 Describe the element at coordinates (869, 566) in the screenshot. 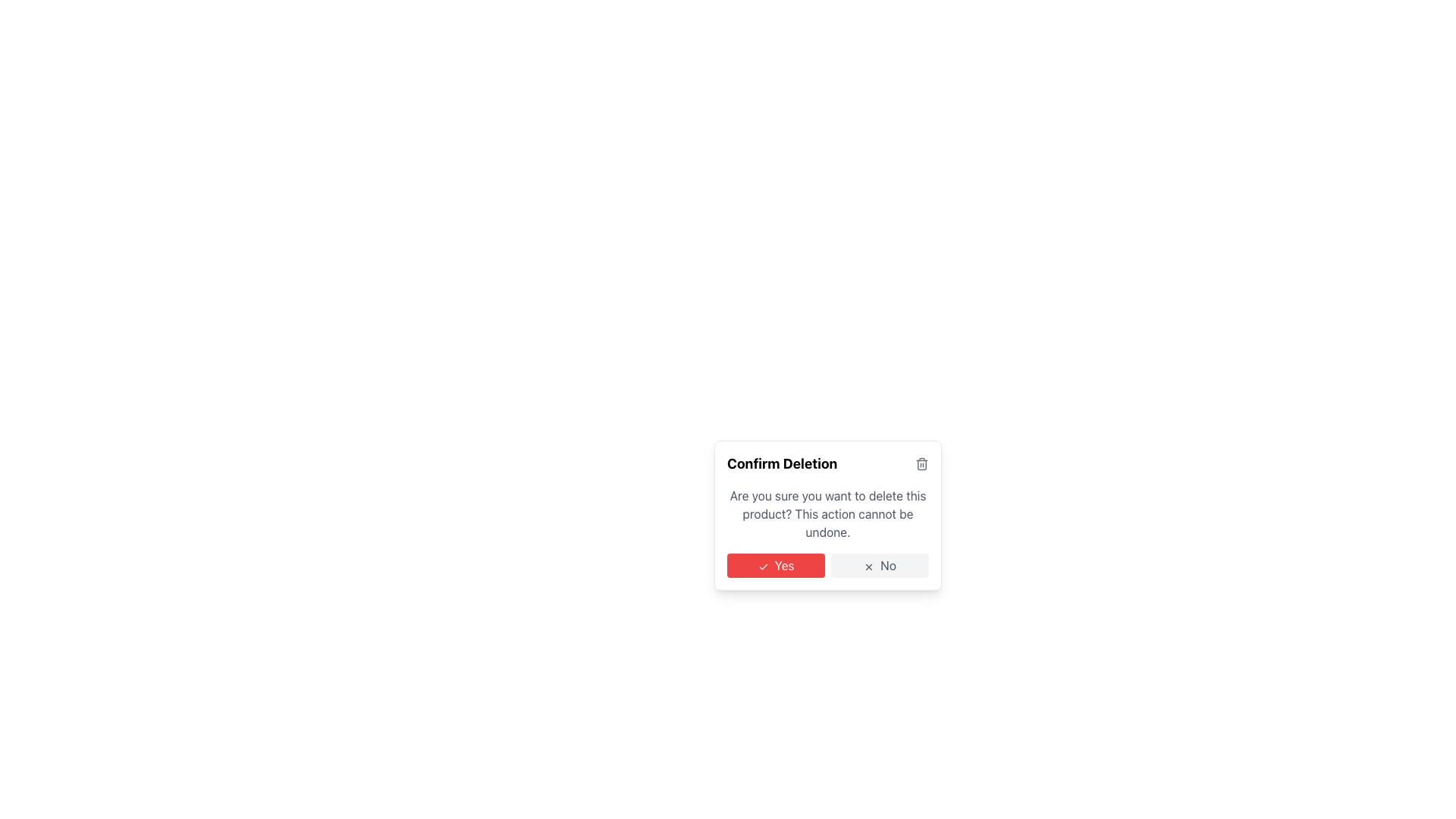

I see `the negation icon located inside the 'No' button at the bottom-right of the 'Confirm Deletion' dialog box` at that location.